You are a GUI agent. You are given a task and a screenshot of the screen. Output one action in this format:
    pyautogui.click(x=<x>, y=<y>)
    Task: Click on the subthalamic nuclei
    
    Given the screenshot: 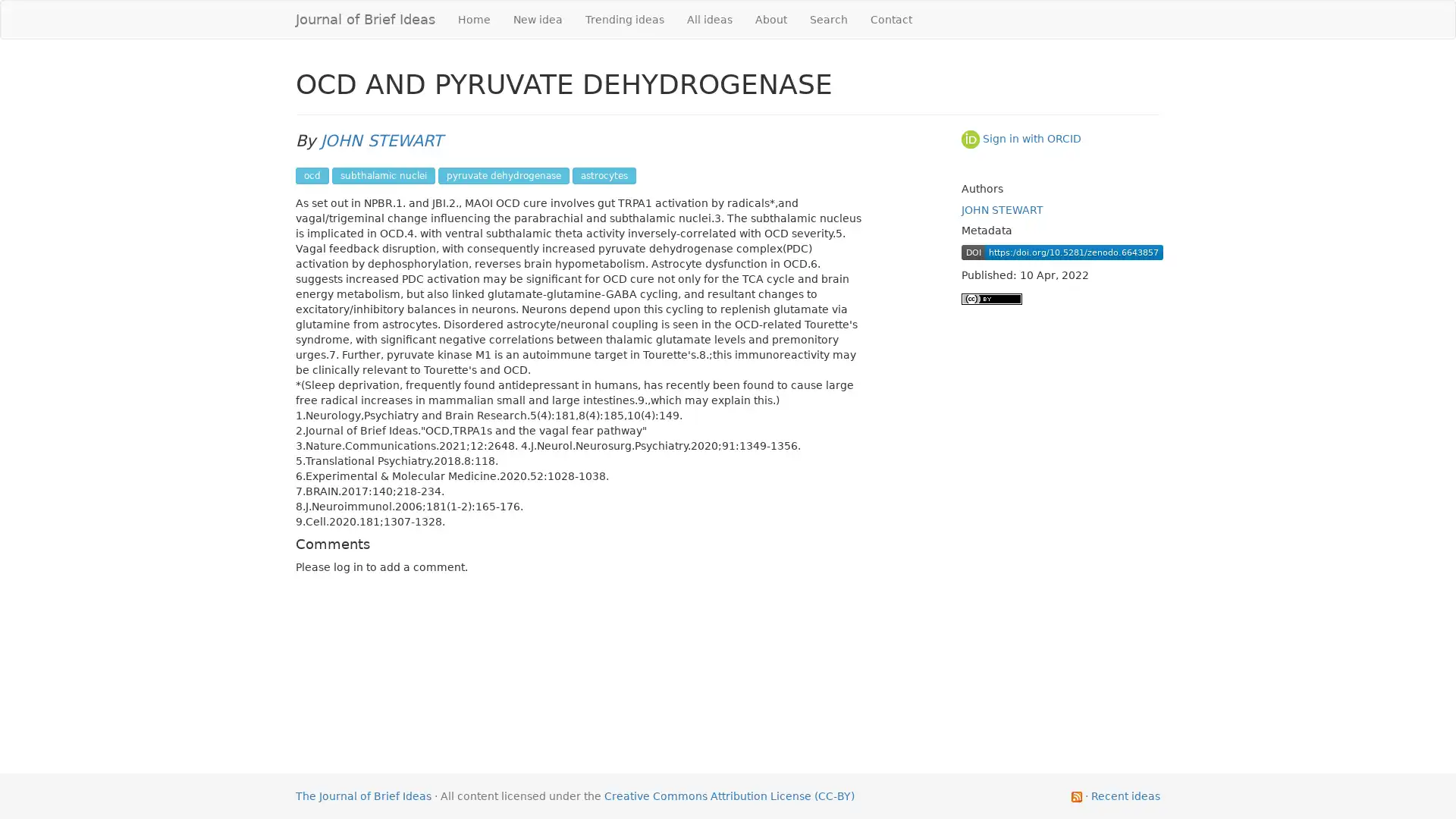 What is the action you would take?
    pyautogui.click(x=383, y=174)
    